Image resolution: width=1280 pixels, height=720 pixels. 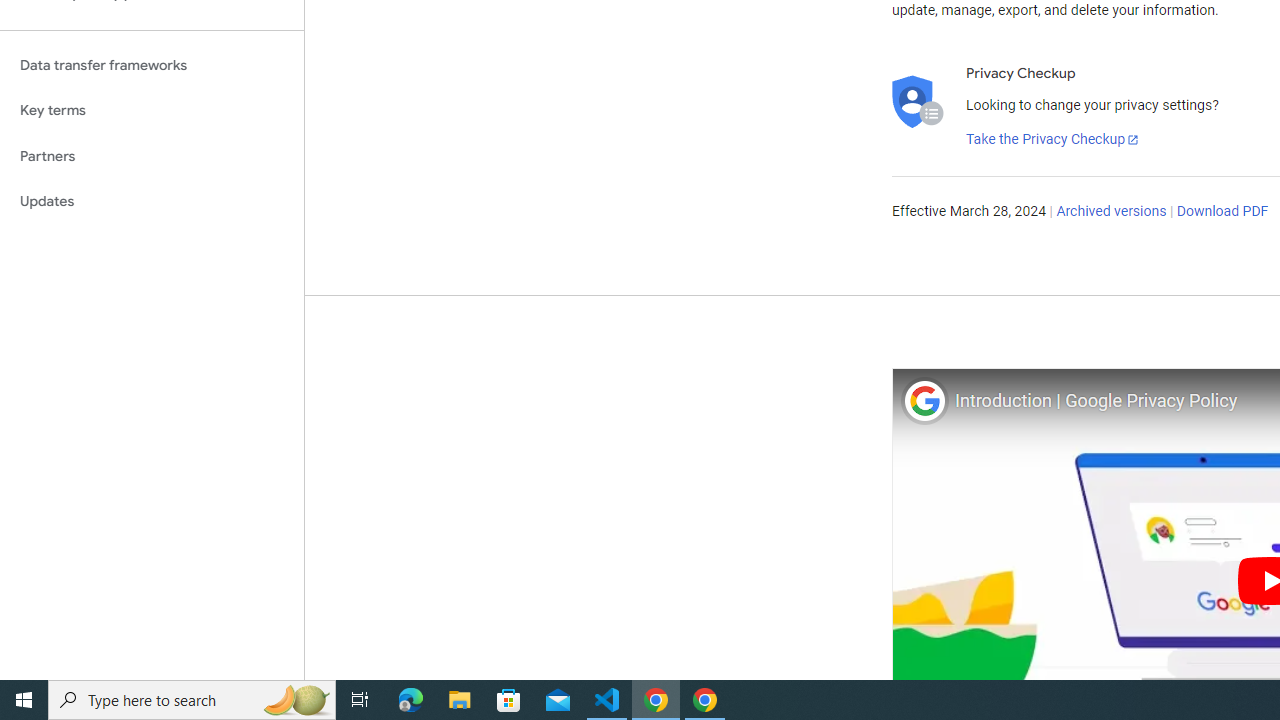 I want to click on 'Data transfer frameworks', so click(x=151, y=64).